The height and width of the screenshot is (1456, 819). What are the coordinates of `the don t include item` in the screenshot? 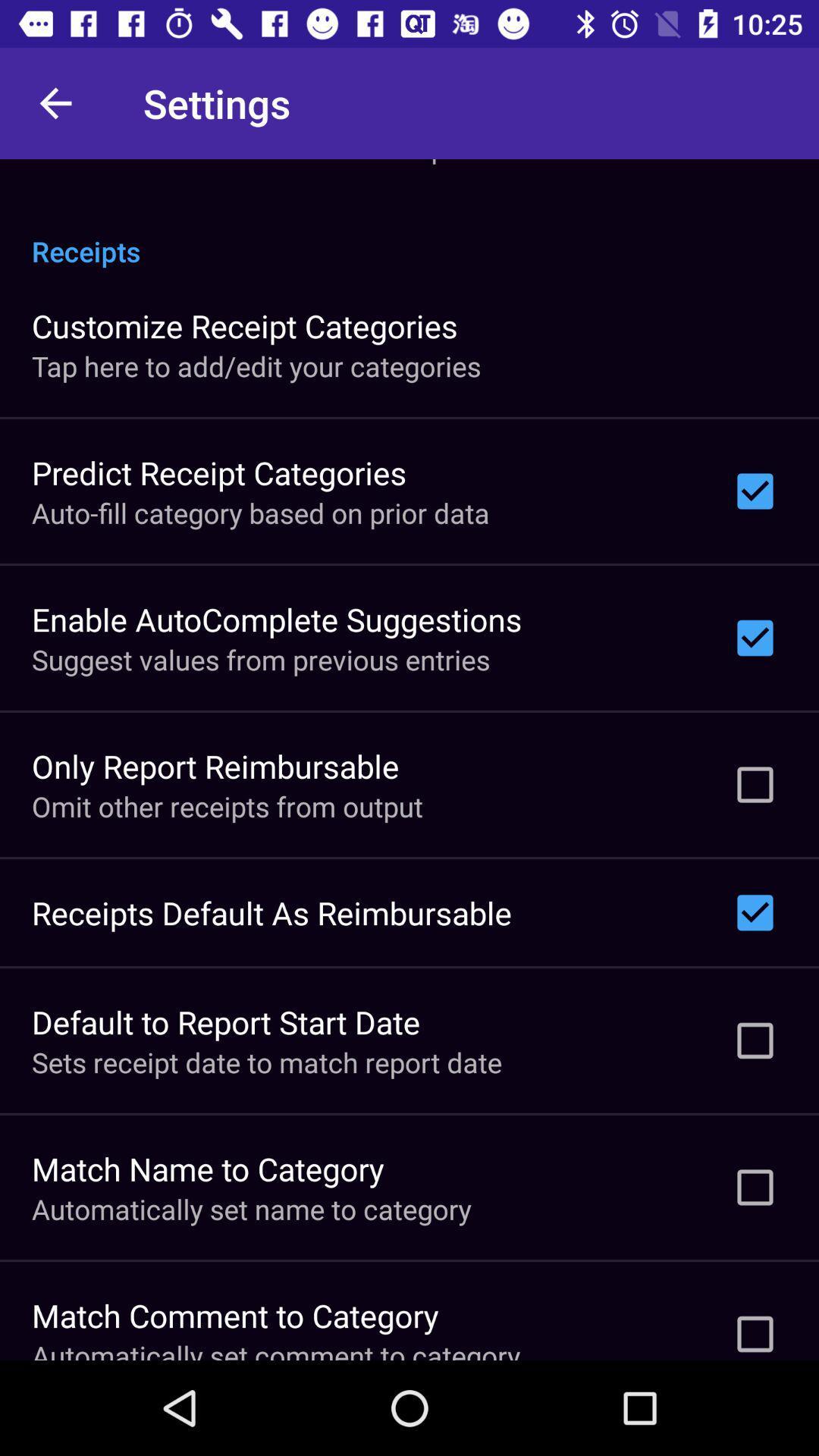 It's located at (262, 162).